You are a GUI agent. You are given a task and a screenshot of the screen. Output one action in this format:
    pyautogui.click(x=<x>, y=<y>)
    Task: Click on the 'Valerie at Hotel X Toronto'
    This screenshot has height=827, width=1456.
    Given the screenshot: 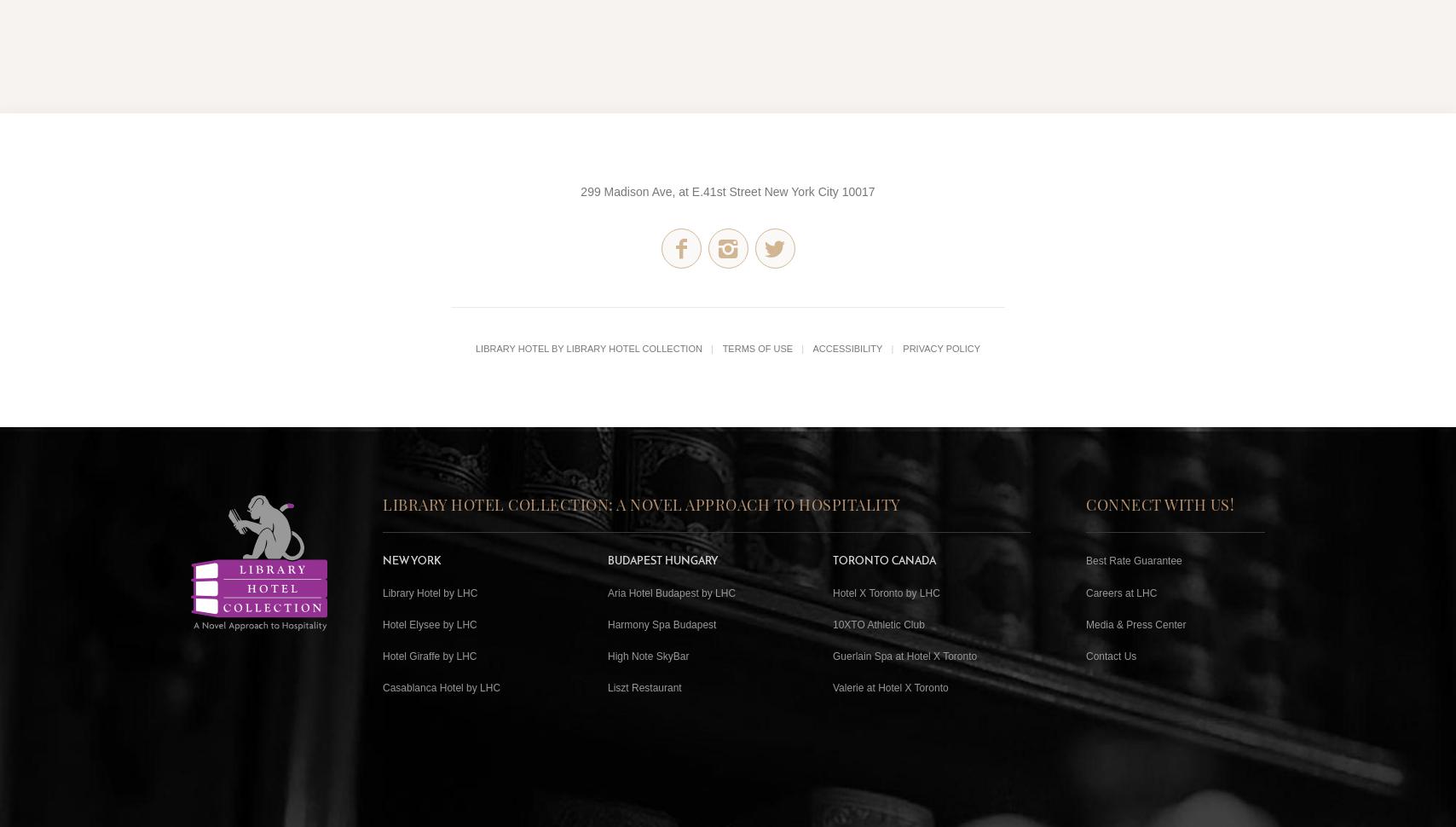 What is the action you would take?
    pyautogui.click(x=890, y=688)
    